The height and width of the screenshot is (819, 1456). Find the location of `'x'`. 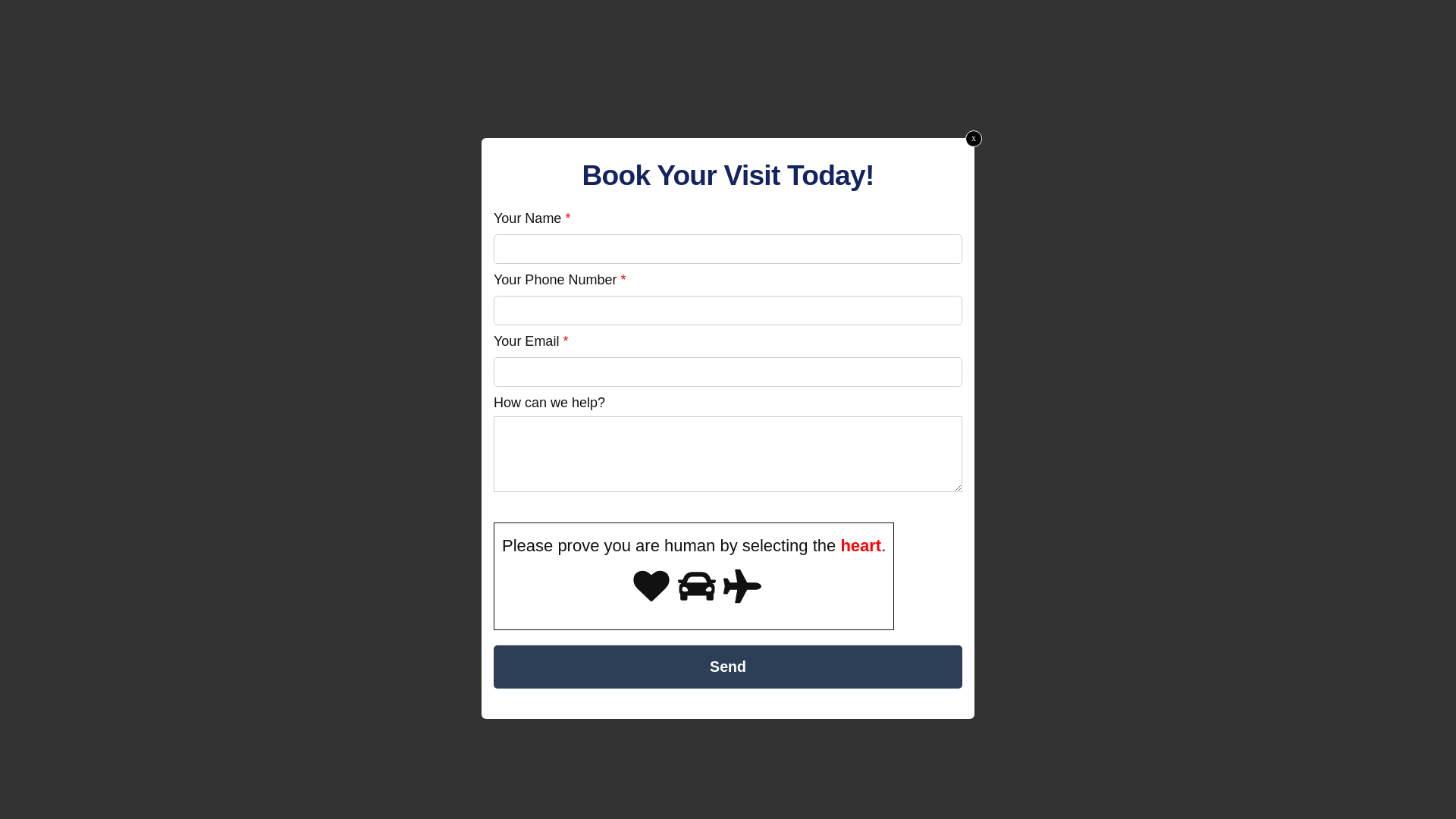

'x' is located at coordinates (964, 138).